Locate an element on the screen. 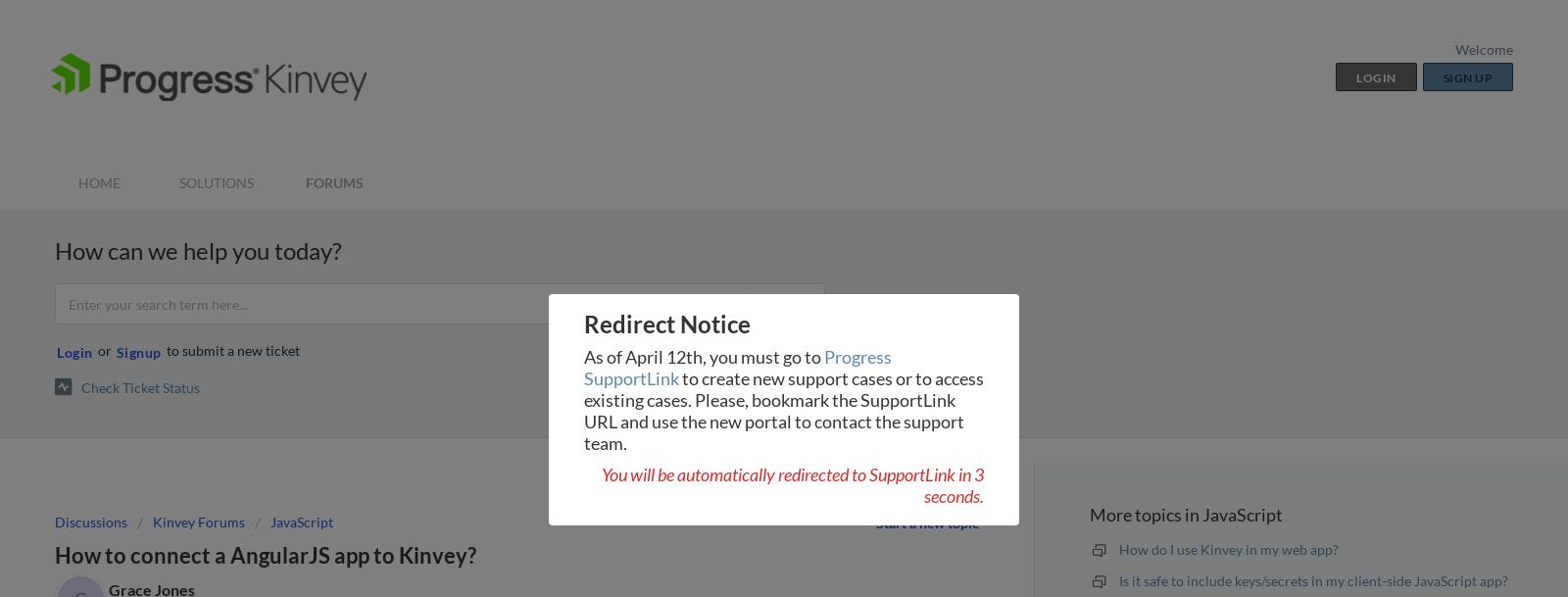  '3' is located at coordinates (978, 473).